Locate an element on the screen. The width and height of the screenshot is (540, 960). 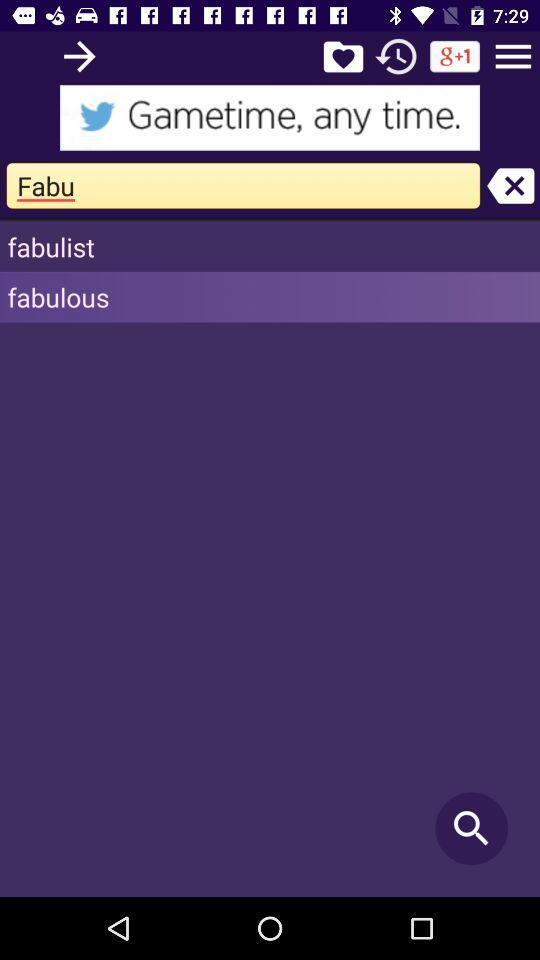
see favorites is located at coordinates (342, 55).